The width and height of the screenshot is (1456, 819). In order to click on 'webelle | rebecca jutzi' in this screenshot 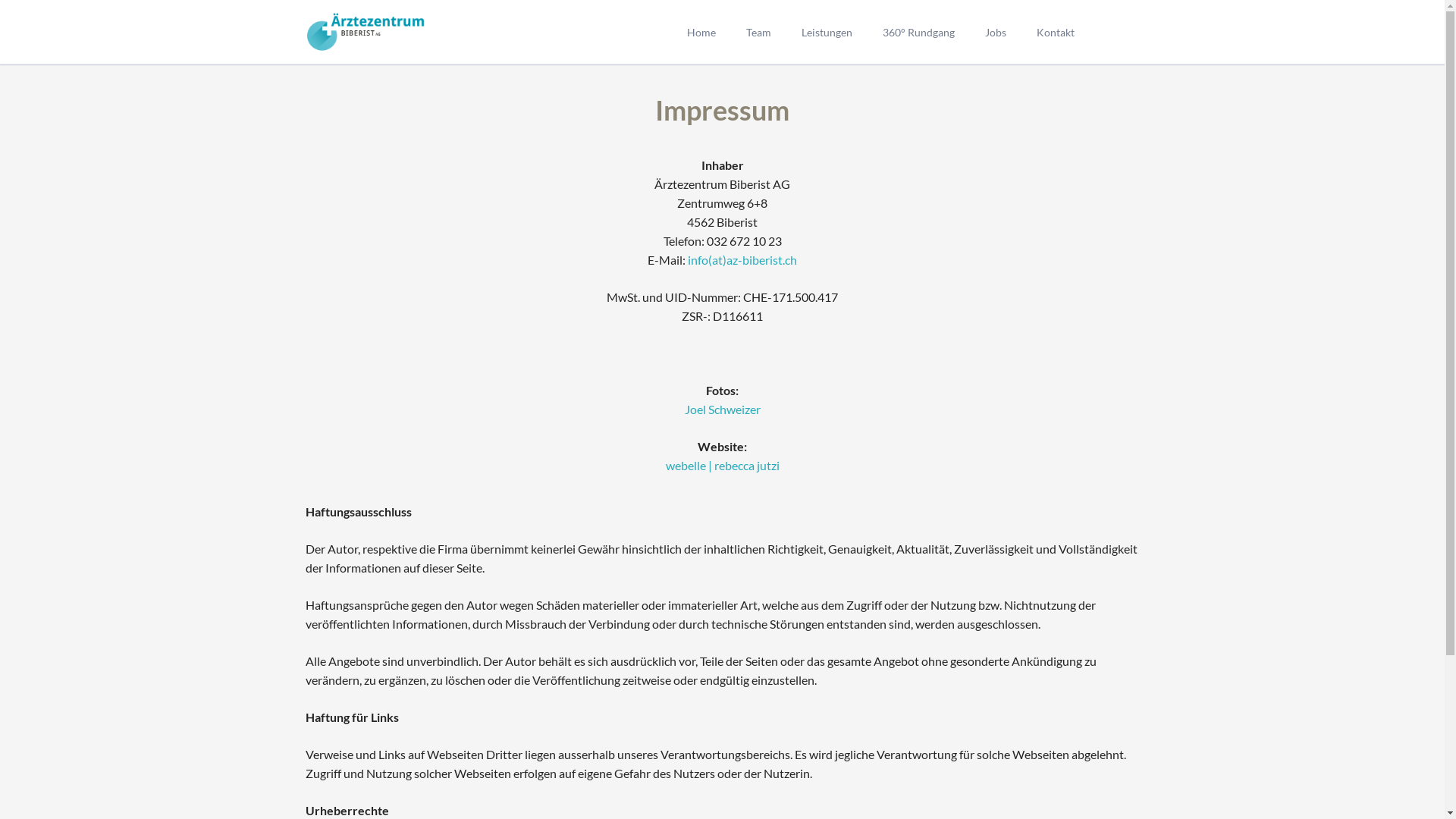, I will do `click(722, 464)`.